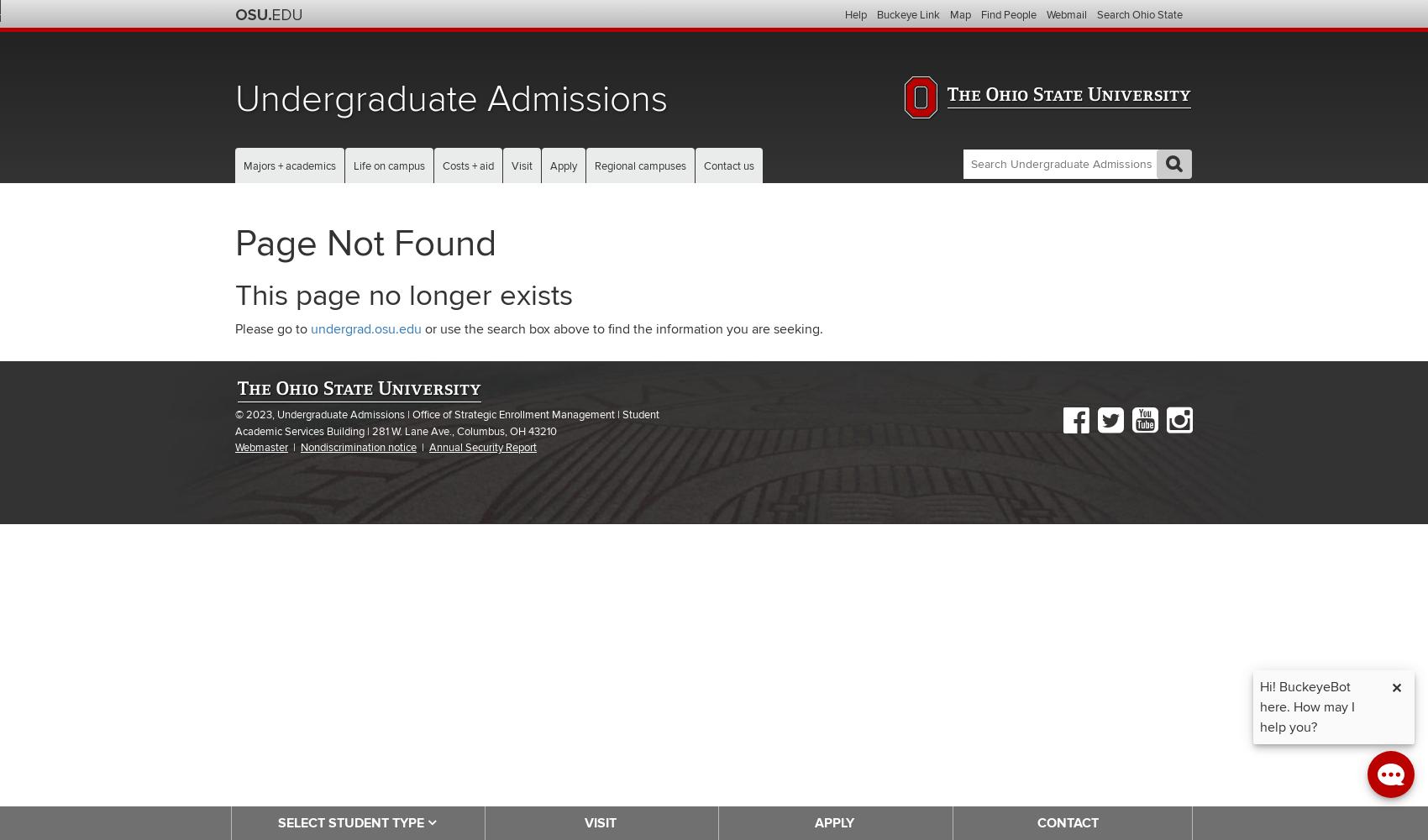 This screenshot has width=1428, height=840. What do you see at coordinates (521, 165) in the screenshot?
I see `'Visit'` at bounding box center [521, 165].